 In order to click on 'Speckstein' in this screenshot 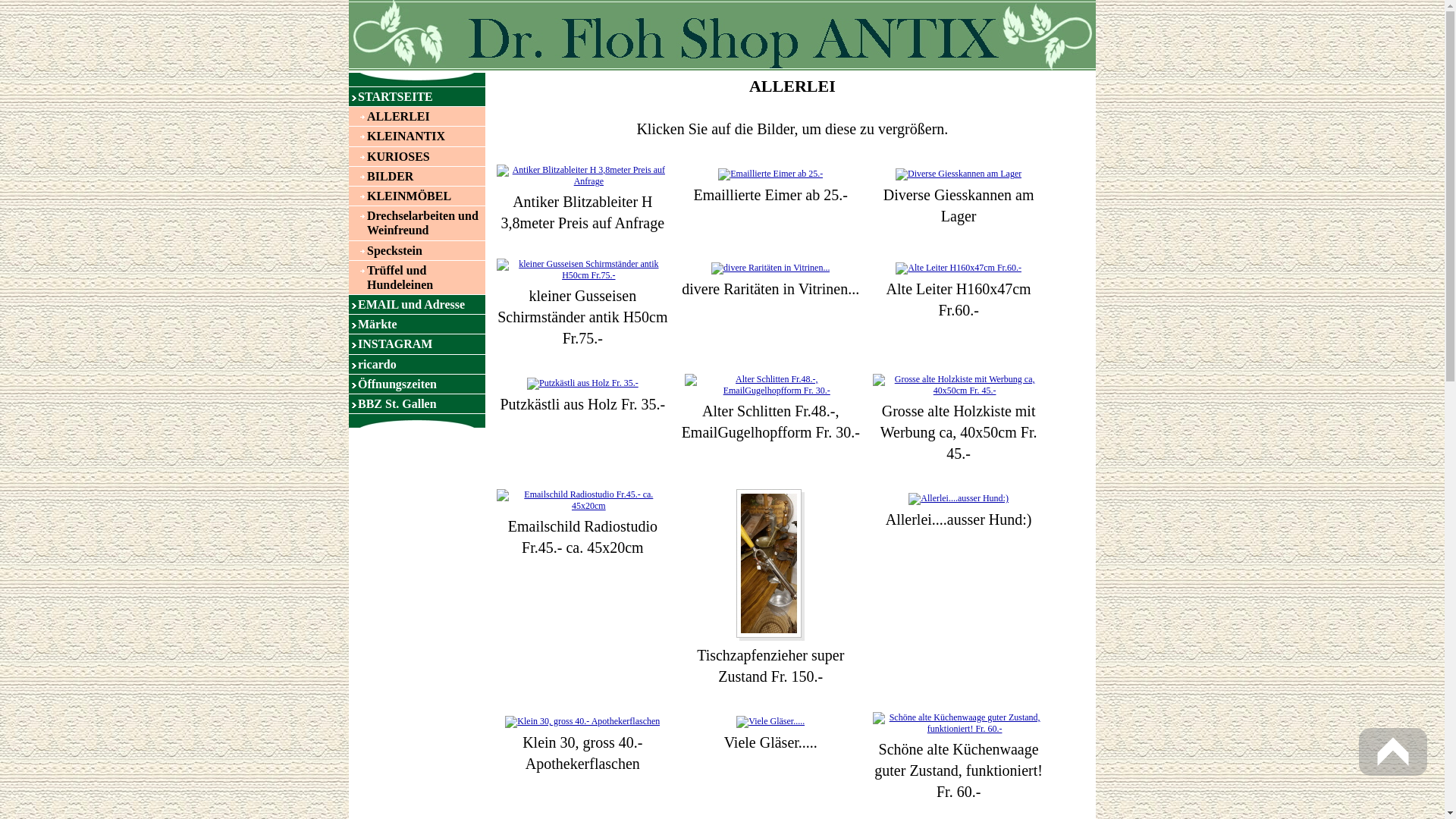, I will do `click(348, 249)`.